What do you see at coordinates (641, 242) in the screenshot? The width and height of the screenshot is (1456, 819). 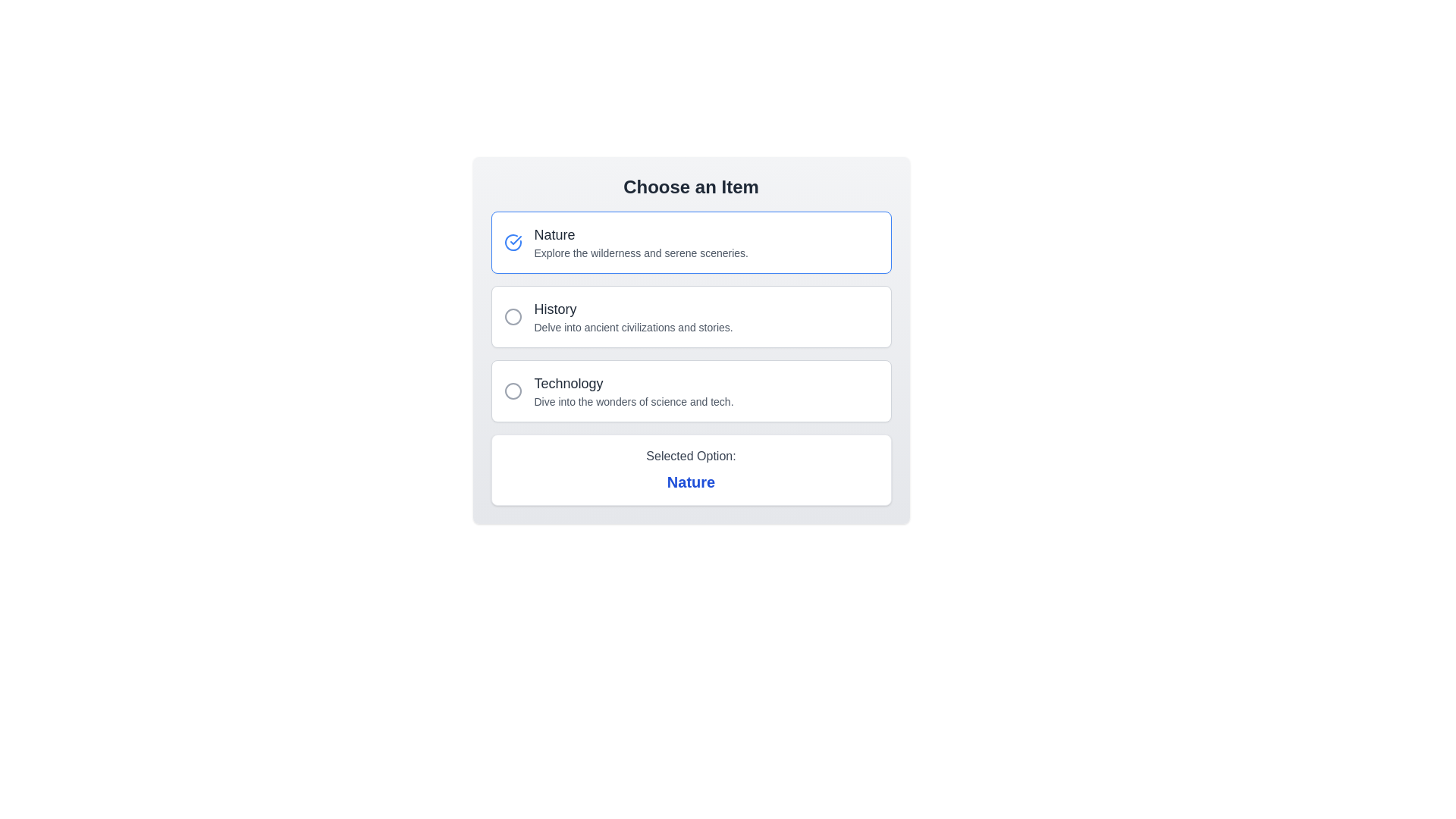 I see `text of the 'Nature' option in the selection group under the heading 'Choose an Item', which is visually emphasized with a background color and border` at bounding box center [641, 242].